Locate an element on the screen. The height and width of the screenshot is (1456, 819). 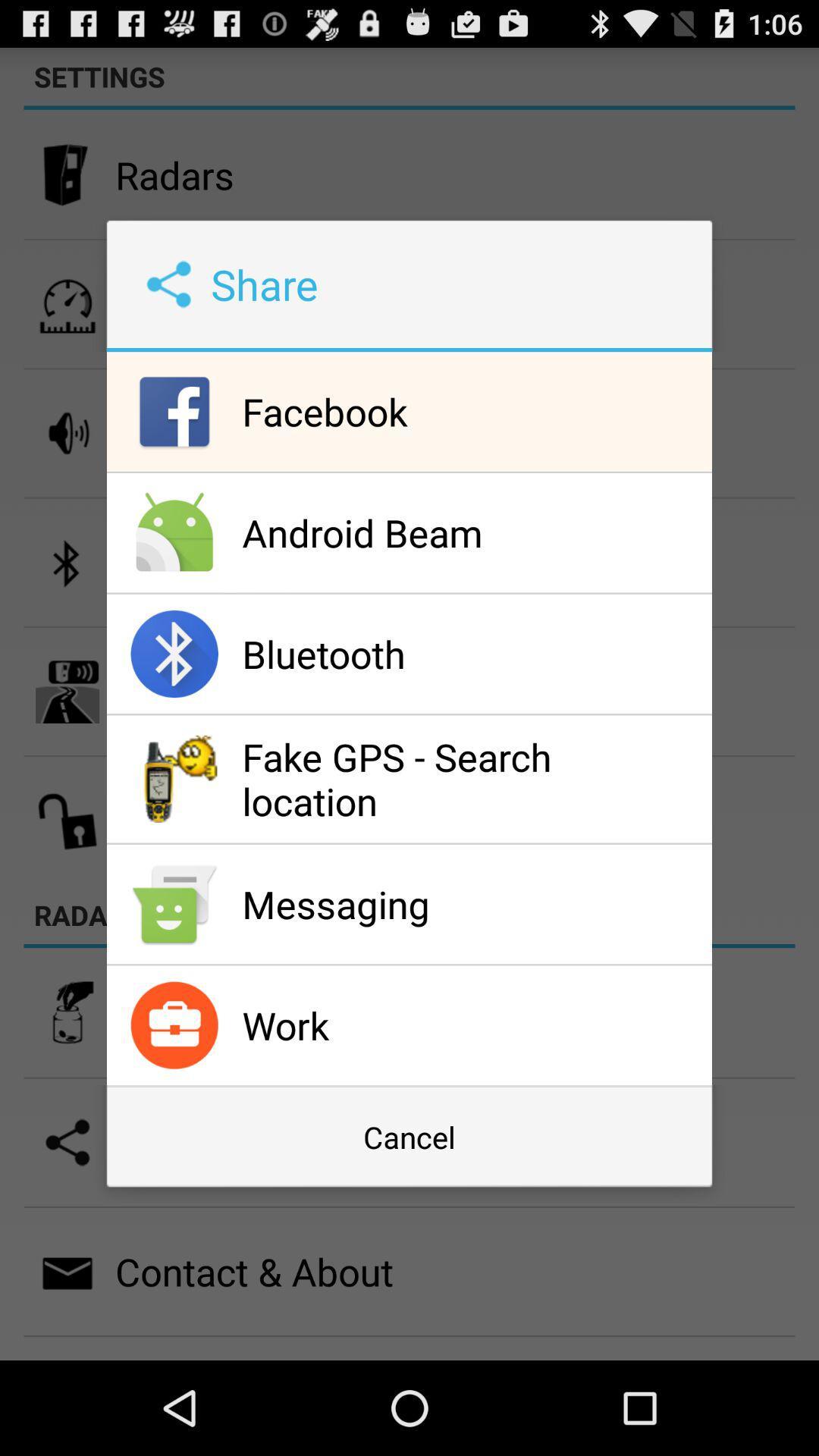
the icon above the fake gps search app is located at coordinates (472, 654).